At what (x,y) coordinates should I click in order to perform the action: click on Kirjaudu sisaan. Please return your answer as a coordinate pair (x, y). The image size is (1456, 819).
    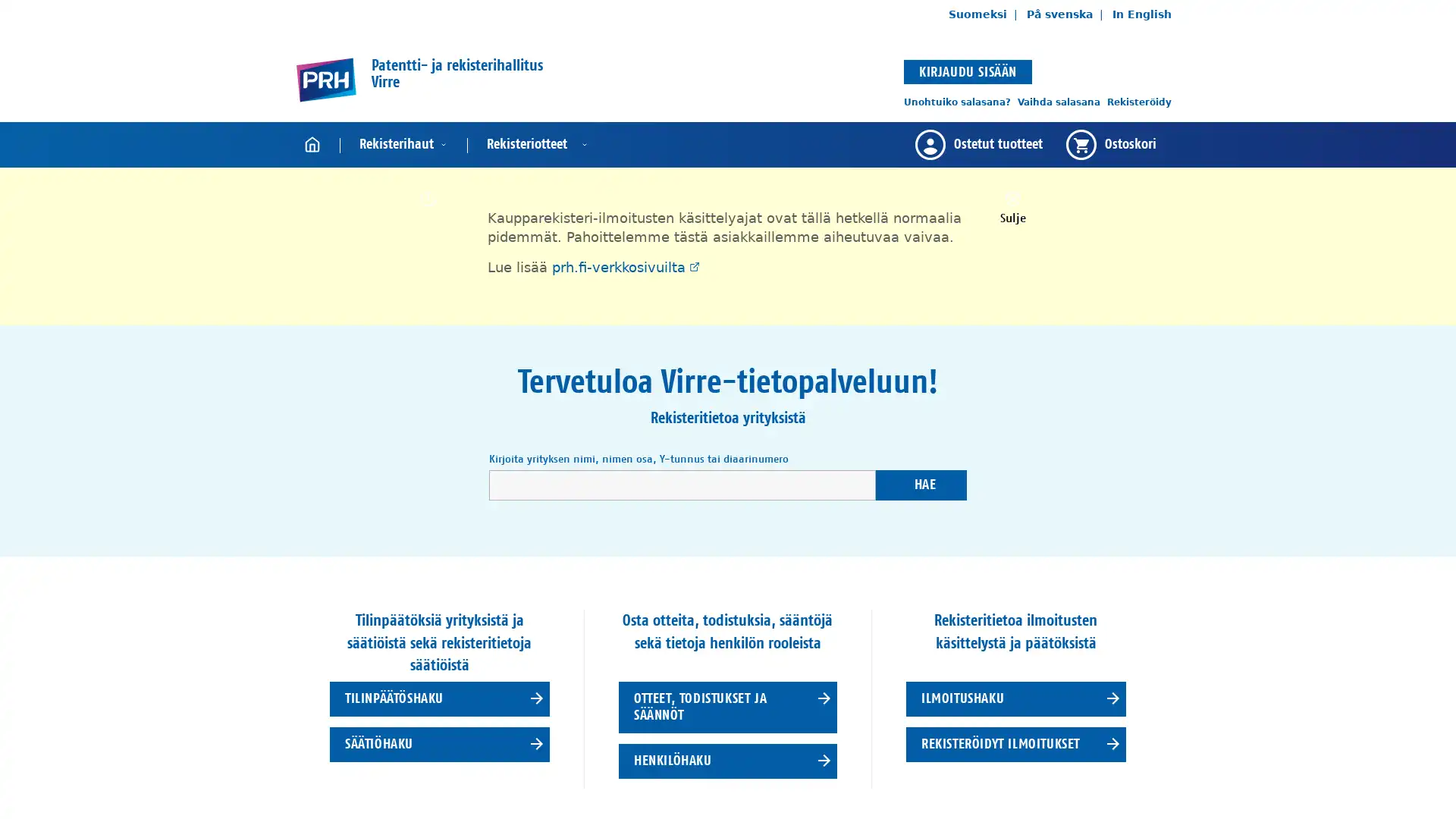
    Looking at the image, I should click on (967, 71).